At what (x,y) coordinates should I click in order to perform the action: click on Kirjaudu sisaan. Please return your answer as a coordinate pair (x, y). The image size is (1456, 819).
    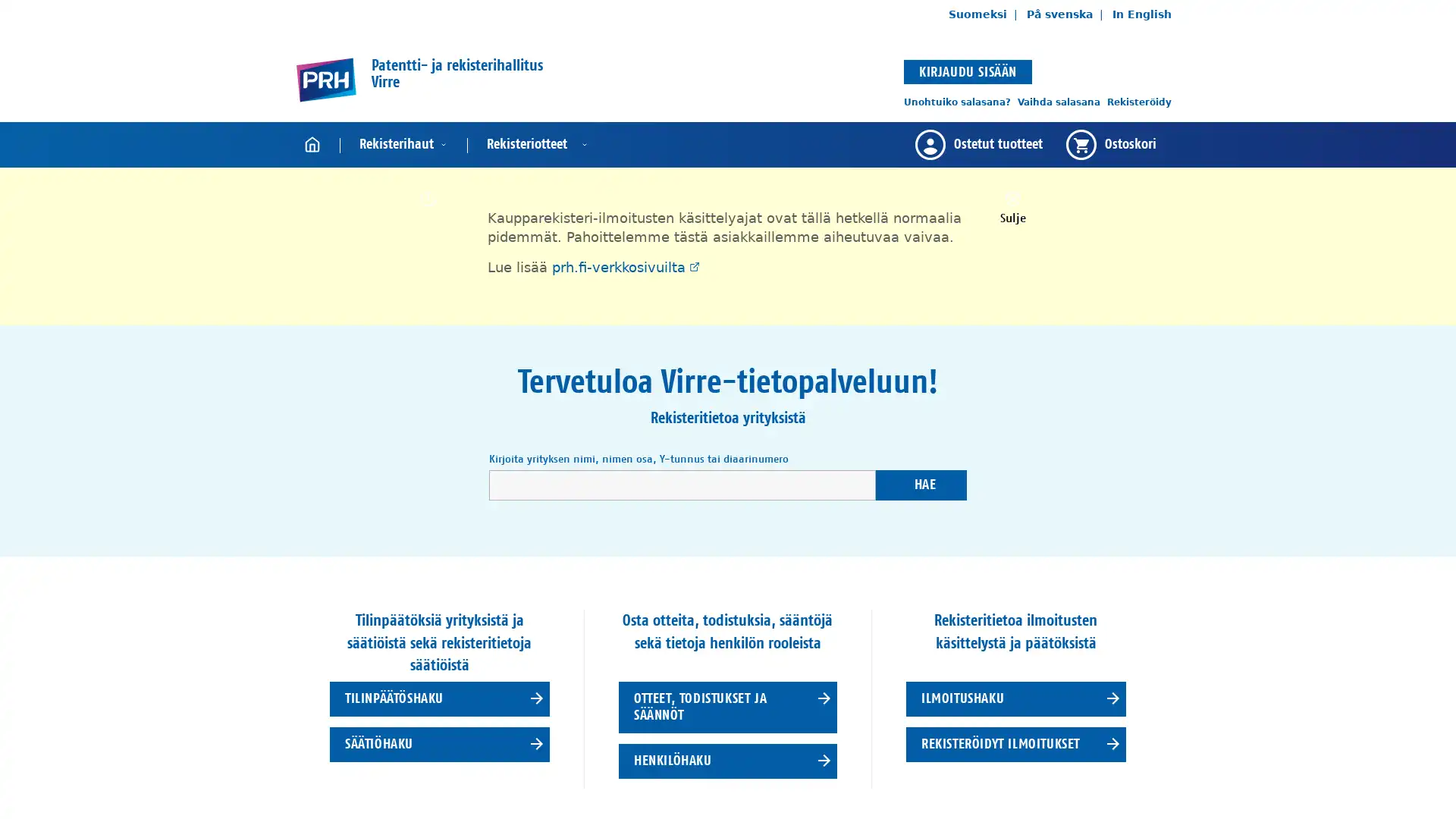
    Looking at the image, I should click on (967, 71).